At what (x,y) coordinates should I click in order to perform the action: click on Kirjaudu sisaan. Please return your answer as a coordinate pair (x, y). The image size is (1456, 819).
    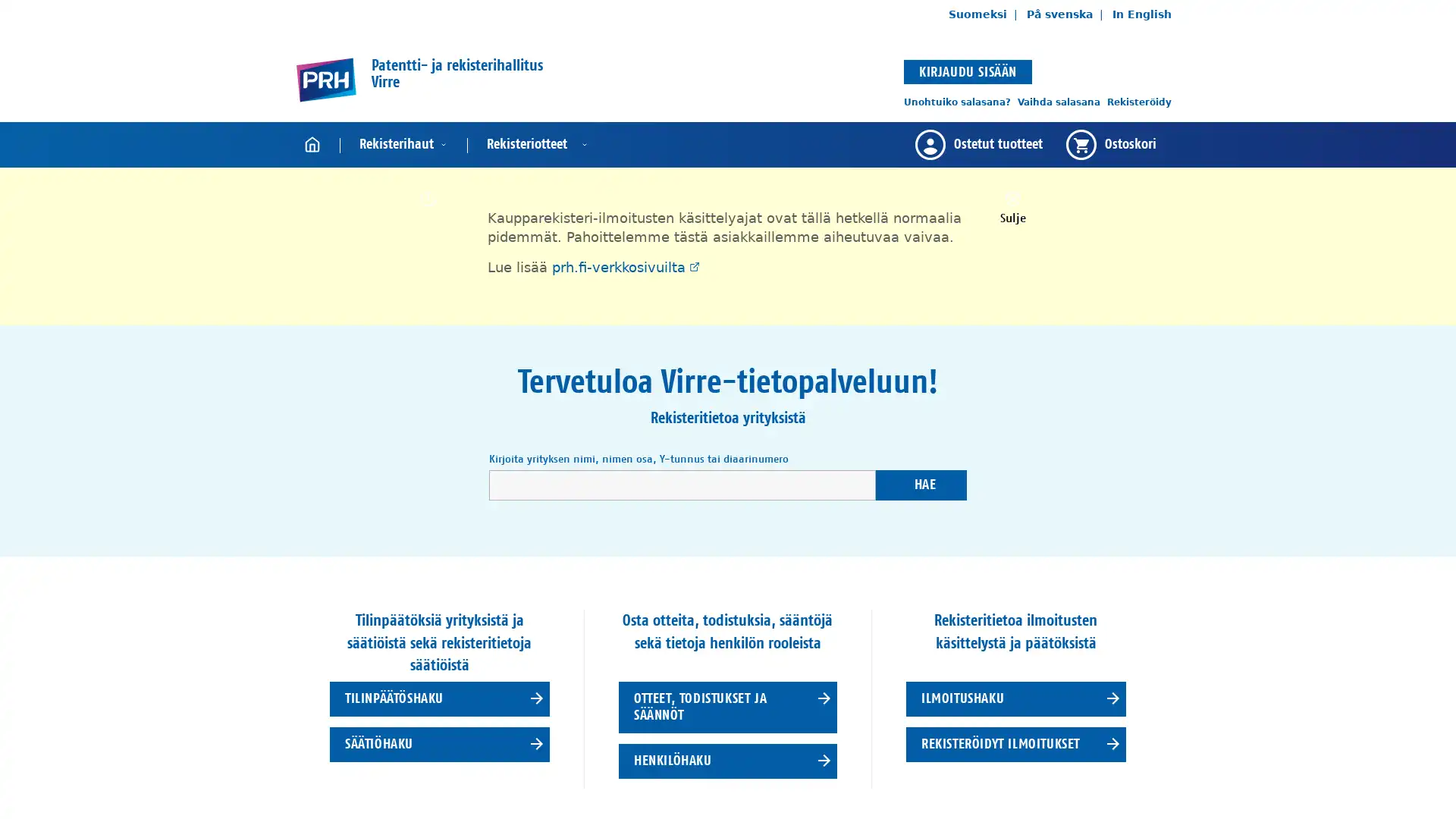
    Looking at the image, I should click on (967, 71).